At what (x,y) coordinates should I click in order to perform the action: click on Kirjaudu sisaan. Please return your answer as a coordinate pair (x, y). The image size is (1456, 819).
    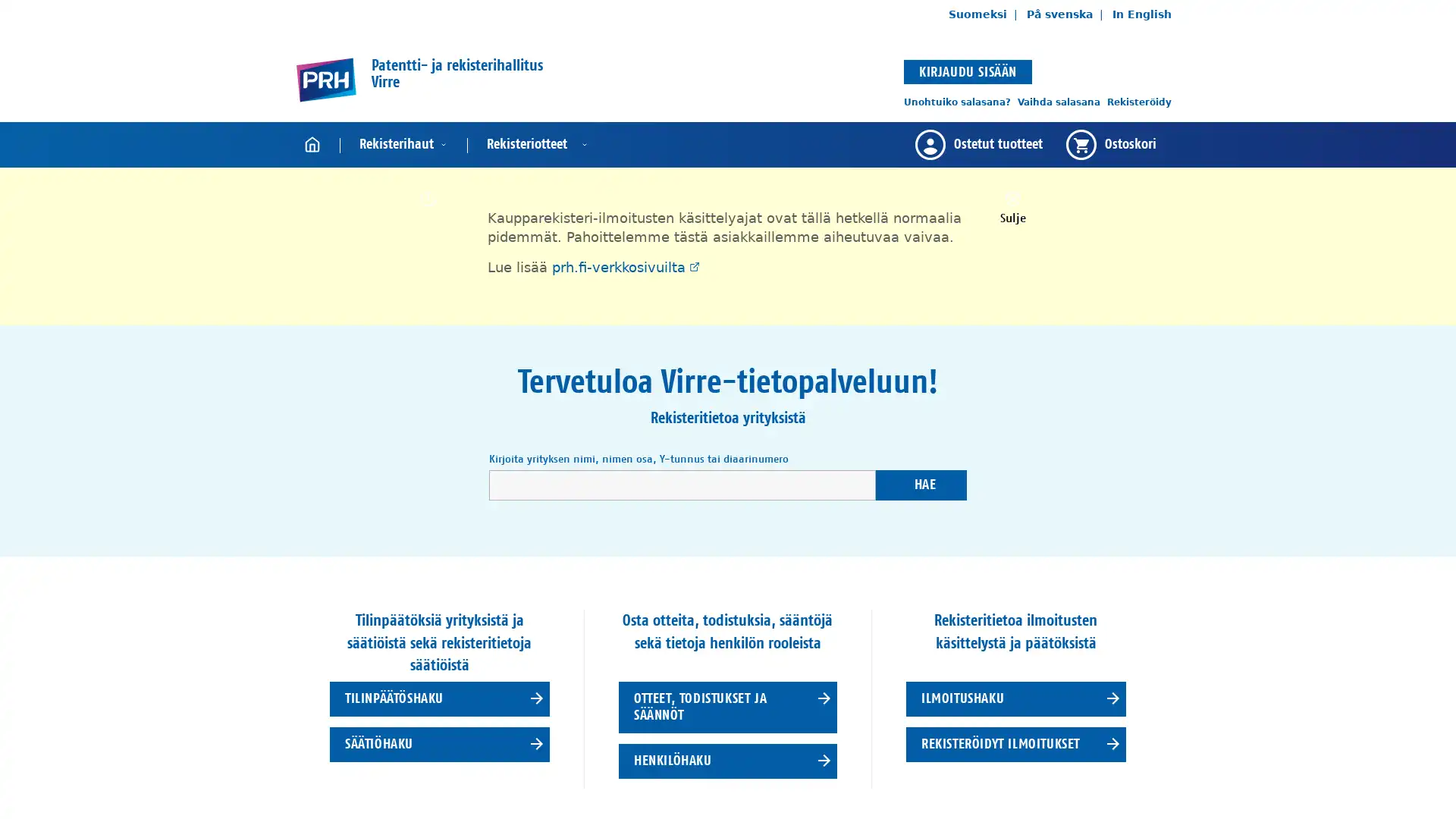
    Looking at the image, I should click on (967, 71).